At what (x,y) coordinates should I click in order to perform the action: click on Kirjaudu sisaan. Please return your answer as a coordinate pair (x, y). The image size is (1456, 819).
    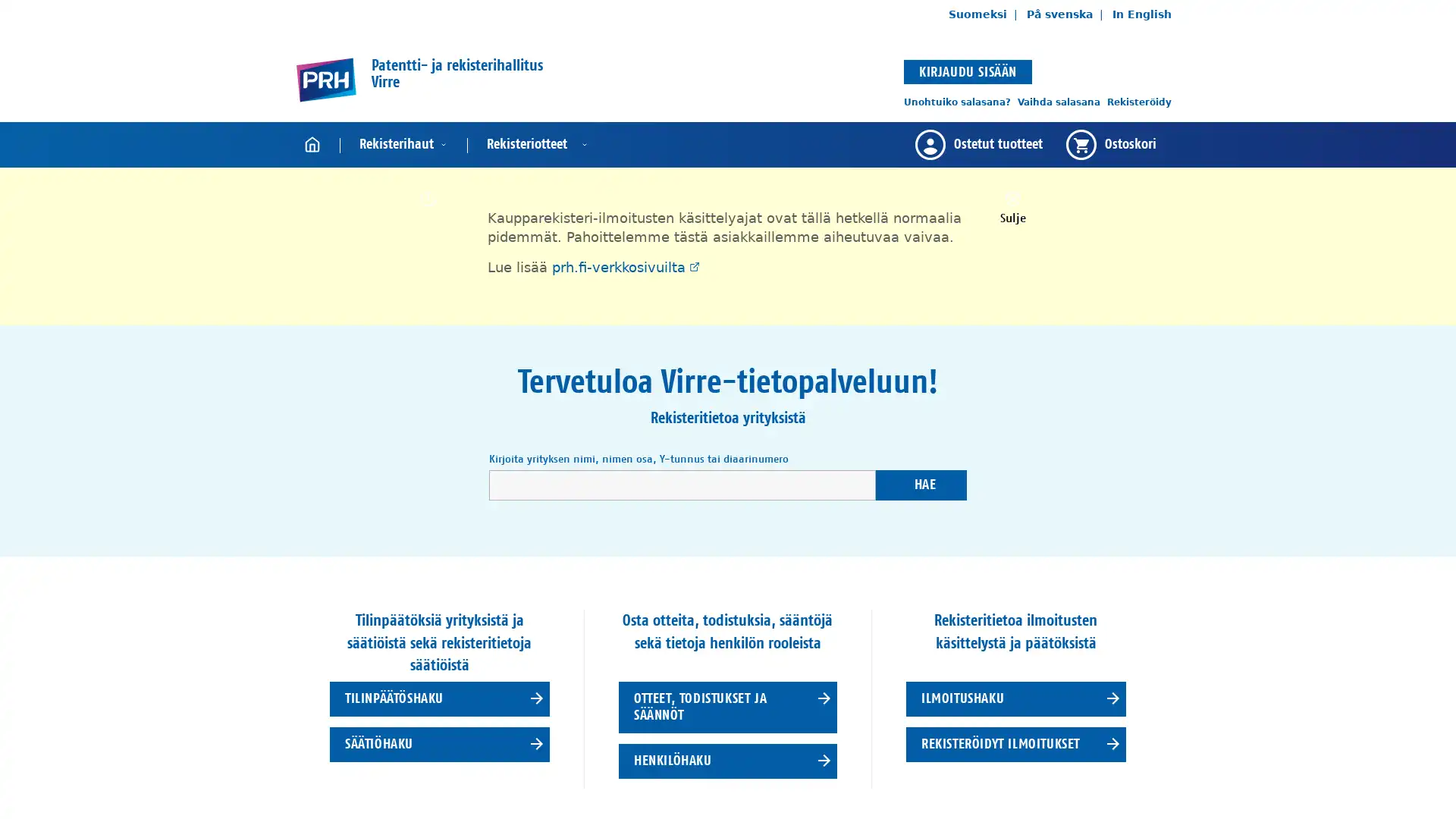
    Looking at the image, I should click on (967, 71).